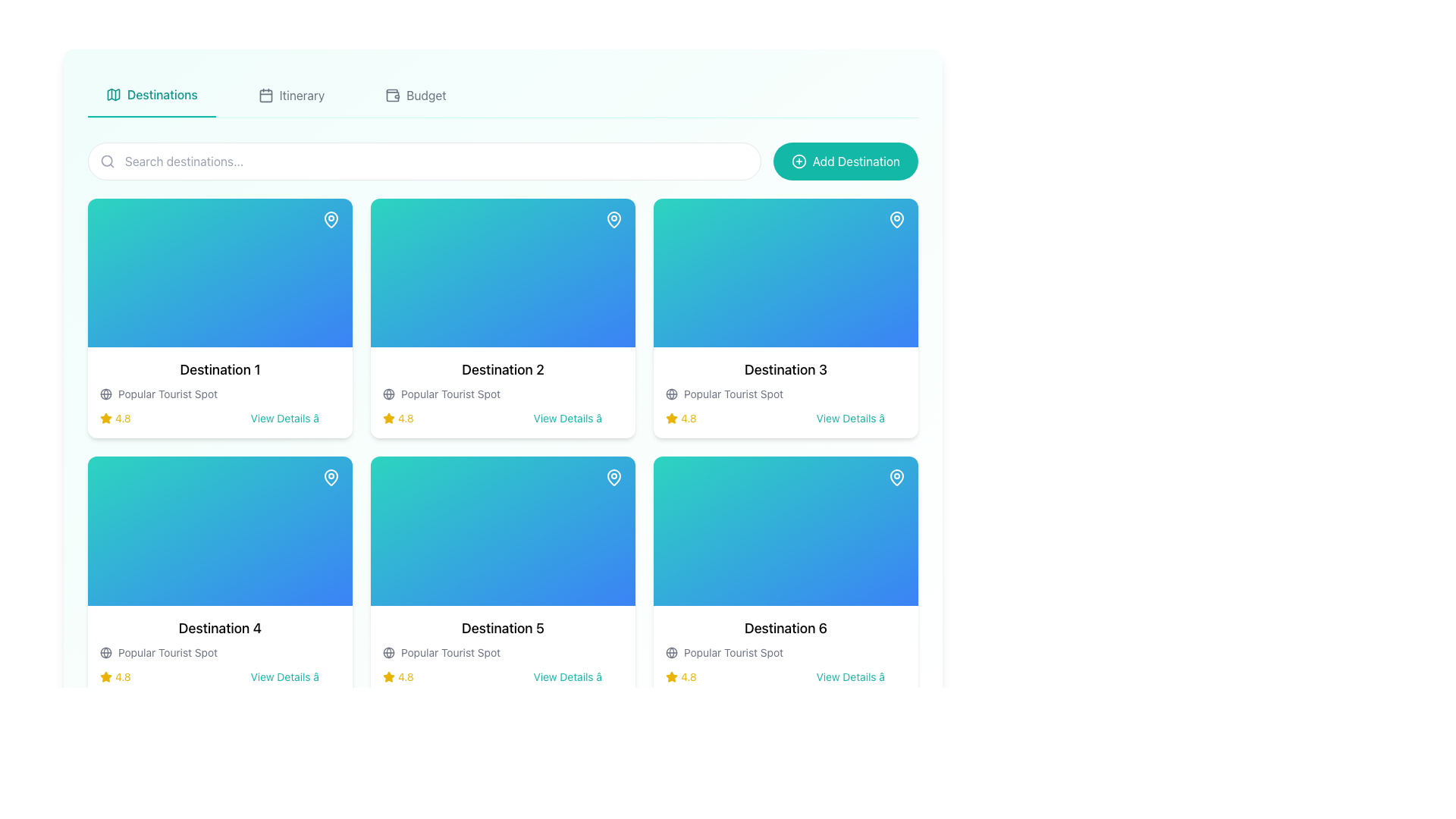  I want to click on the globe icon, which is a circular outline with meridian lines and an equatorial line, located to the left of the text 'Popular Tourist Spot' under the title 'Destination 3', so click(105, 394).